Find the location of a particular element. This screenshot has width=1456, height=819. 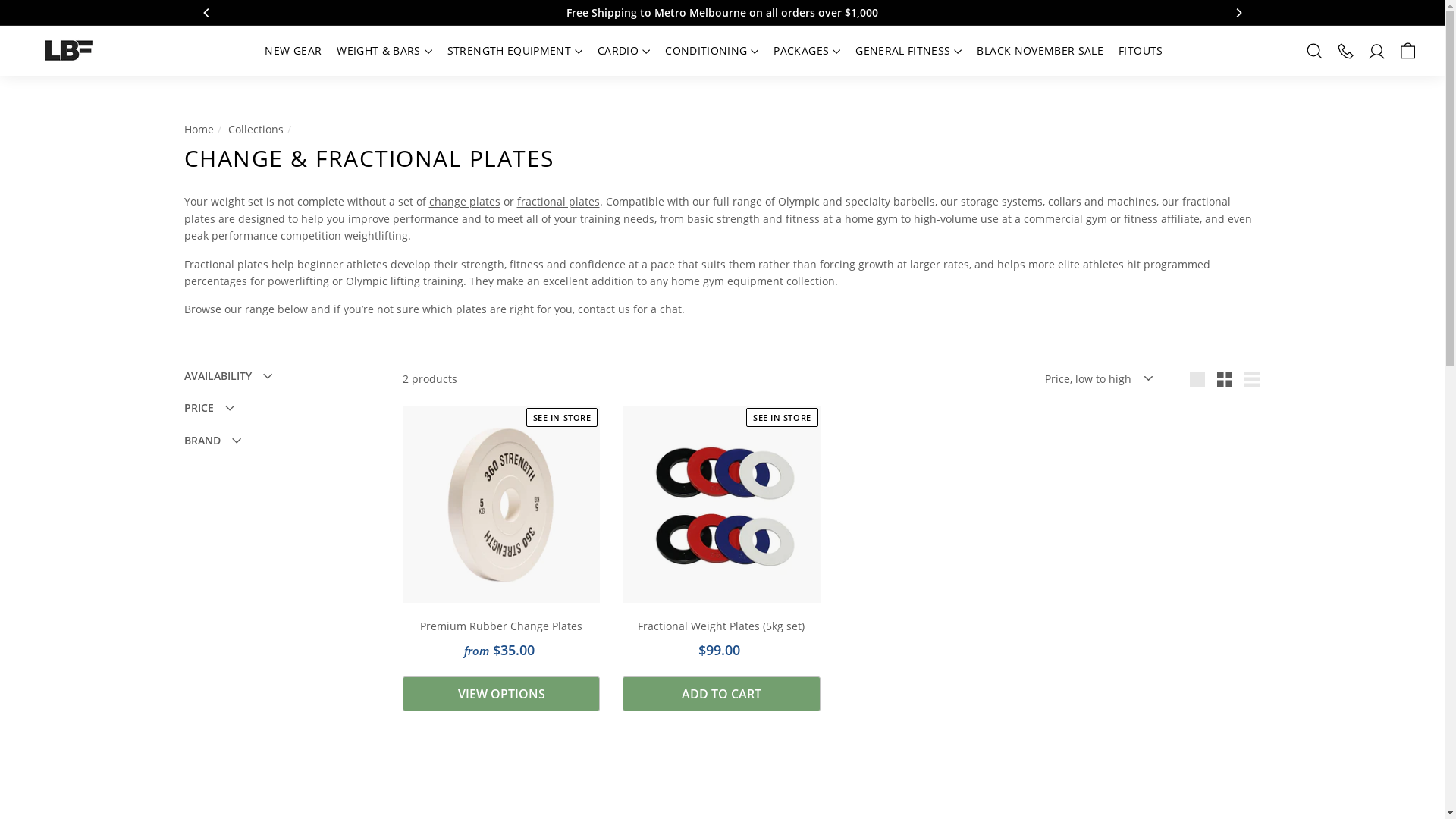

'SEARCH' is located at coordinates (1313, 49).